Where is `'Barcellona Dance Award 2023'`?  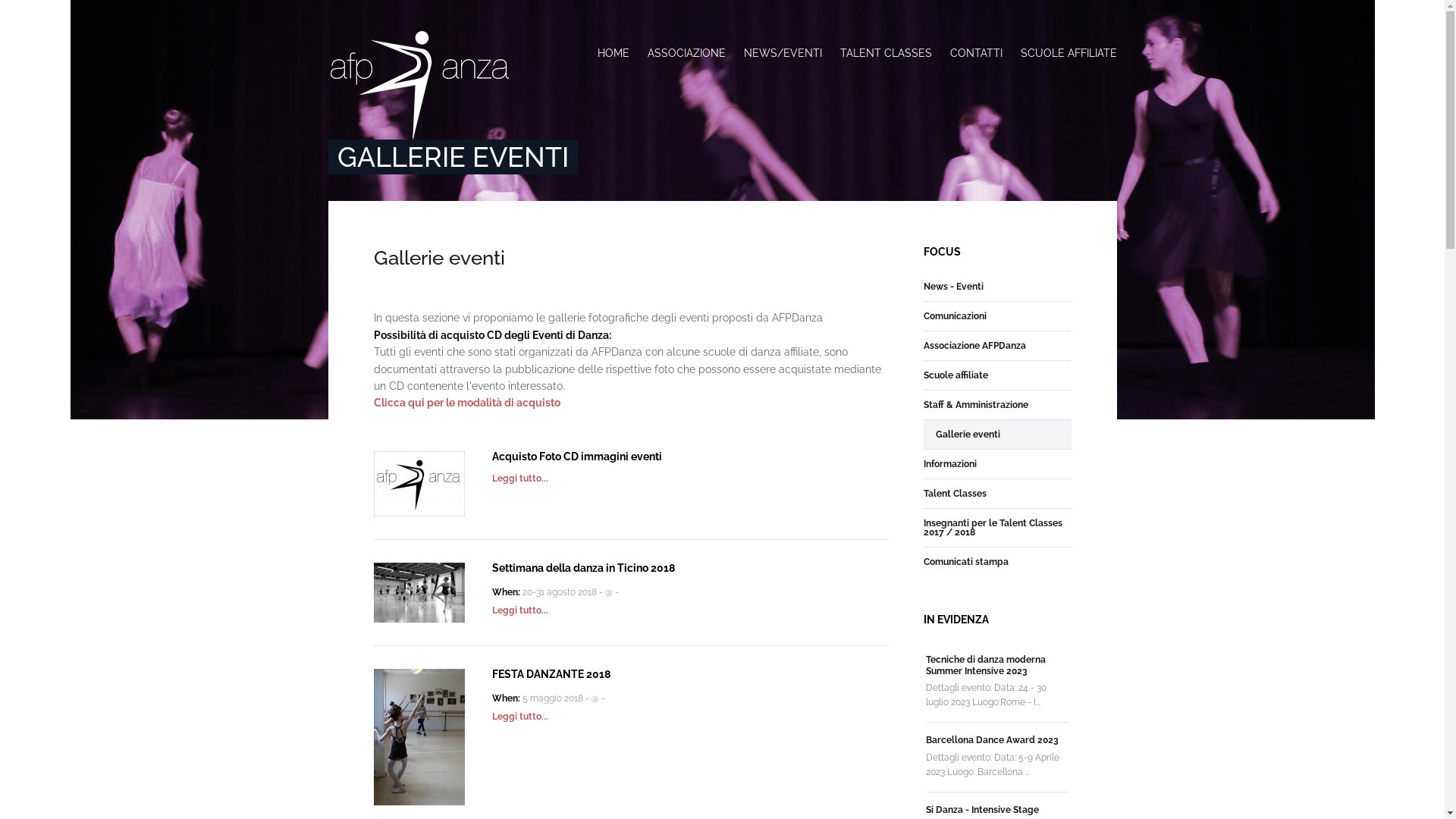
'Barcellona Dance Award 2023' is located at coordinates (992, 739).